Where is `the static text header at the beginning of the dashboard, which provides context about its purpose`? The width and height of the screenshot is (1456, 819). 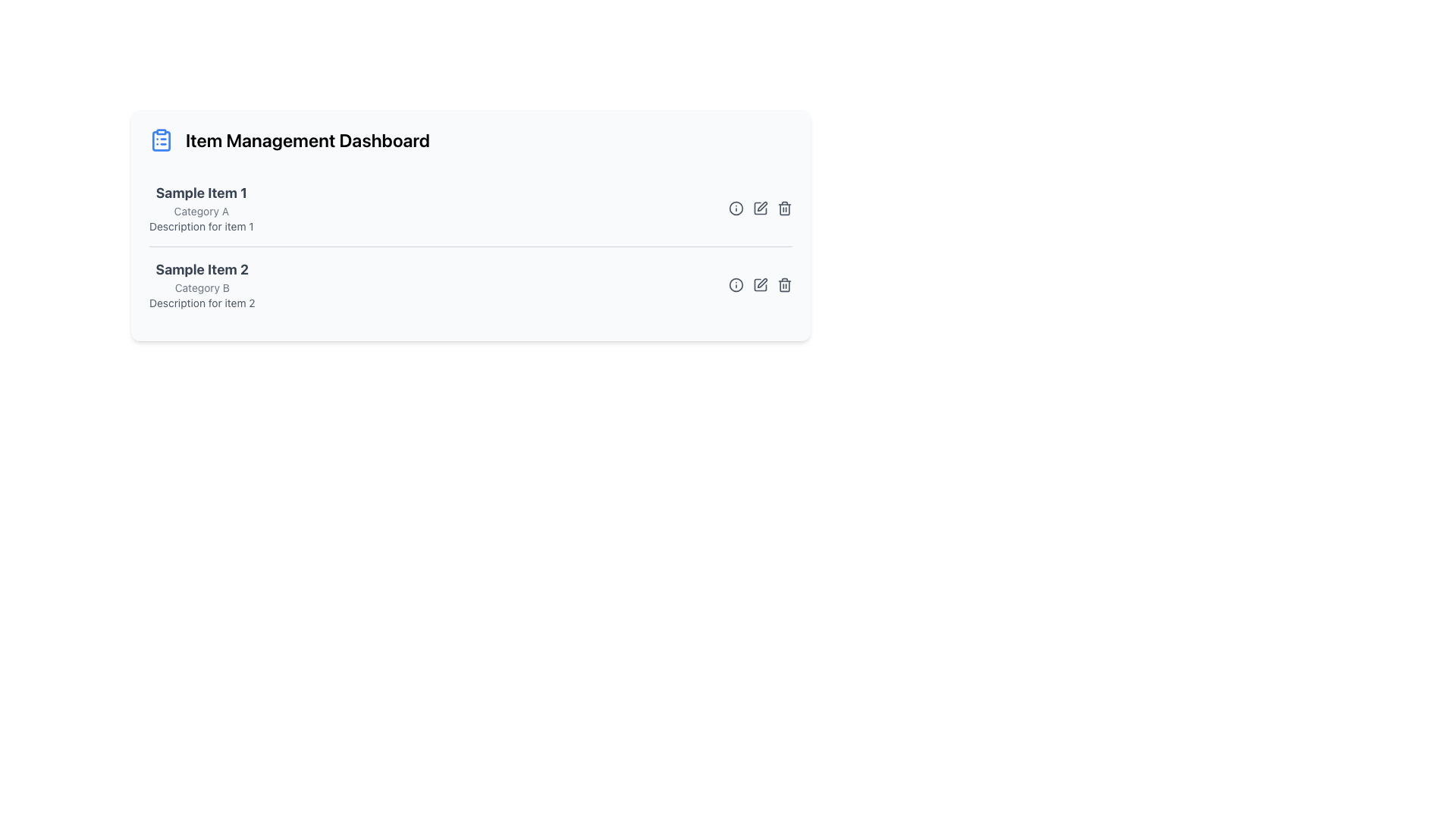 the static text header at the beginning of the dashboard, which provides context about its purpose is located at coordinates (307, 140).